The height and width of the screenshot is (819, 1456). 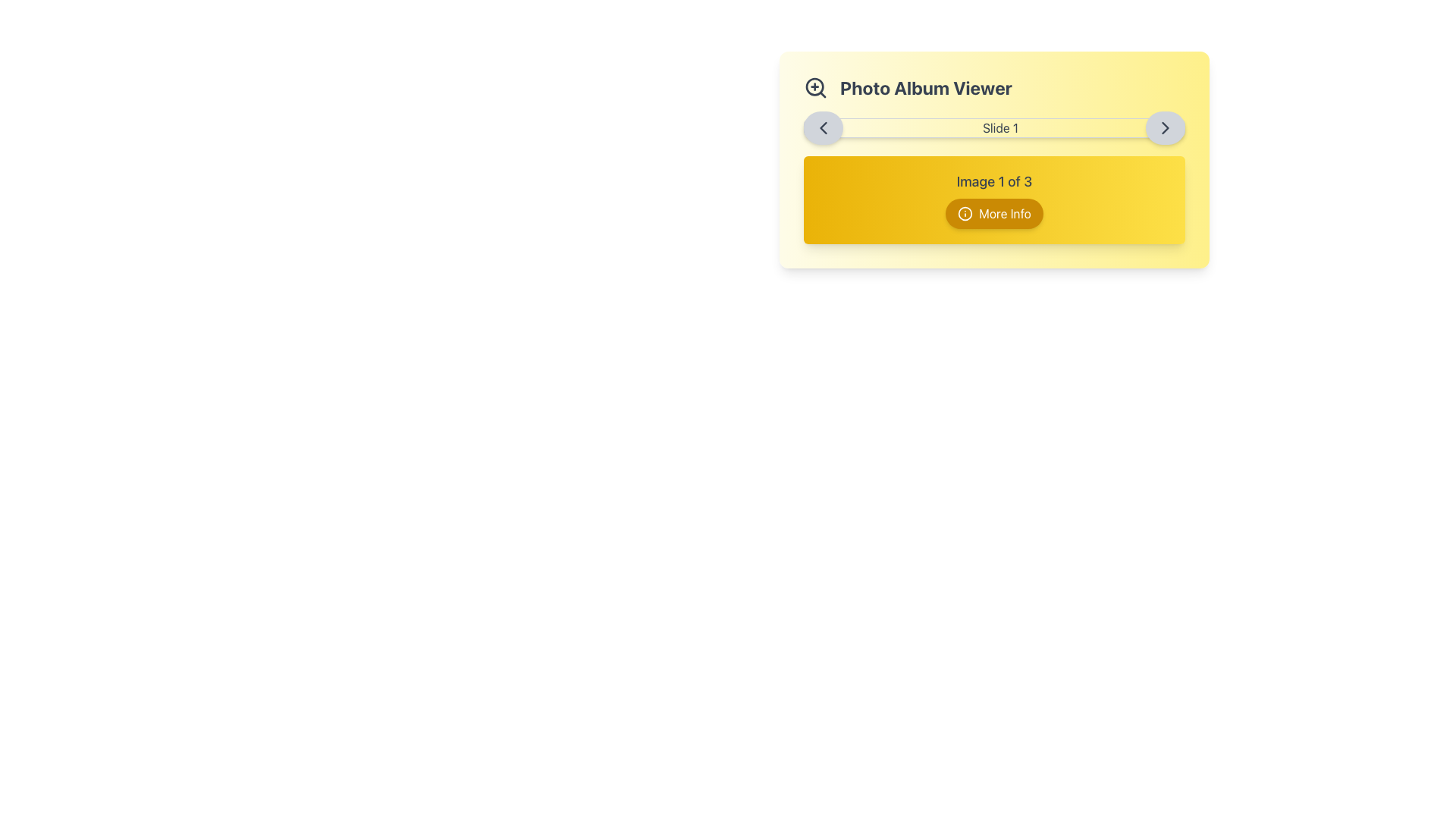 I want to click on the 'More Info' button that contains the information icon, which is characterized by a circular shape with a stroke outline and a smaller symbol inside, so click(x=965, y=213).